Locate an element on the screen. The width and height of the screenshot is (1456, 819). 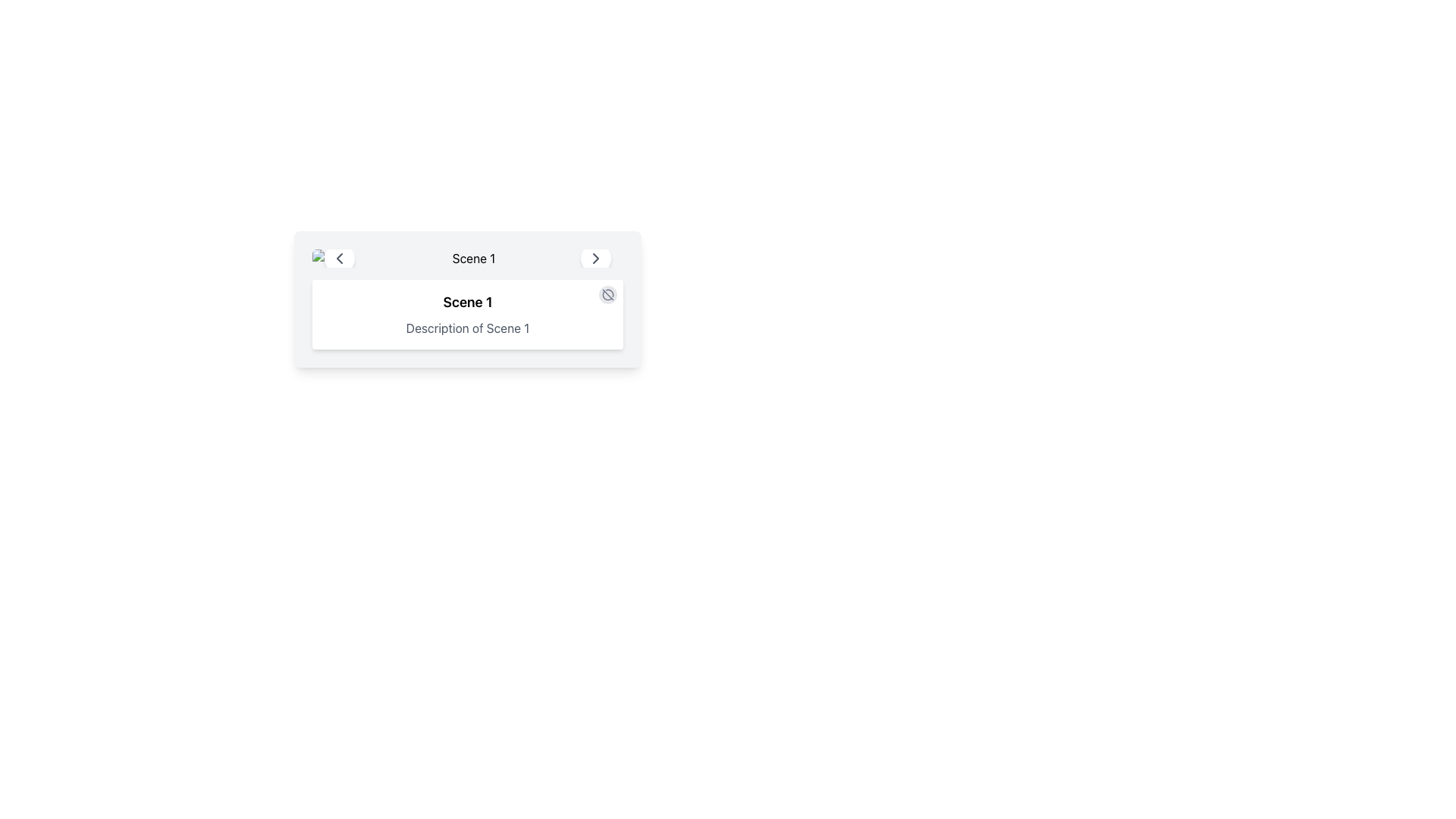
the small circular icon button with a crossed-out circle in the top-right corner of the 'Scene 1' card is located at coordinates (607, 295).